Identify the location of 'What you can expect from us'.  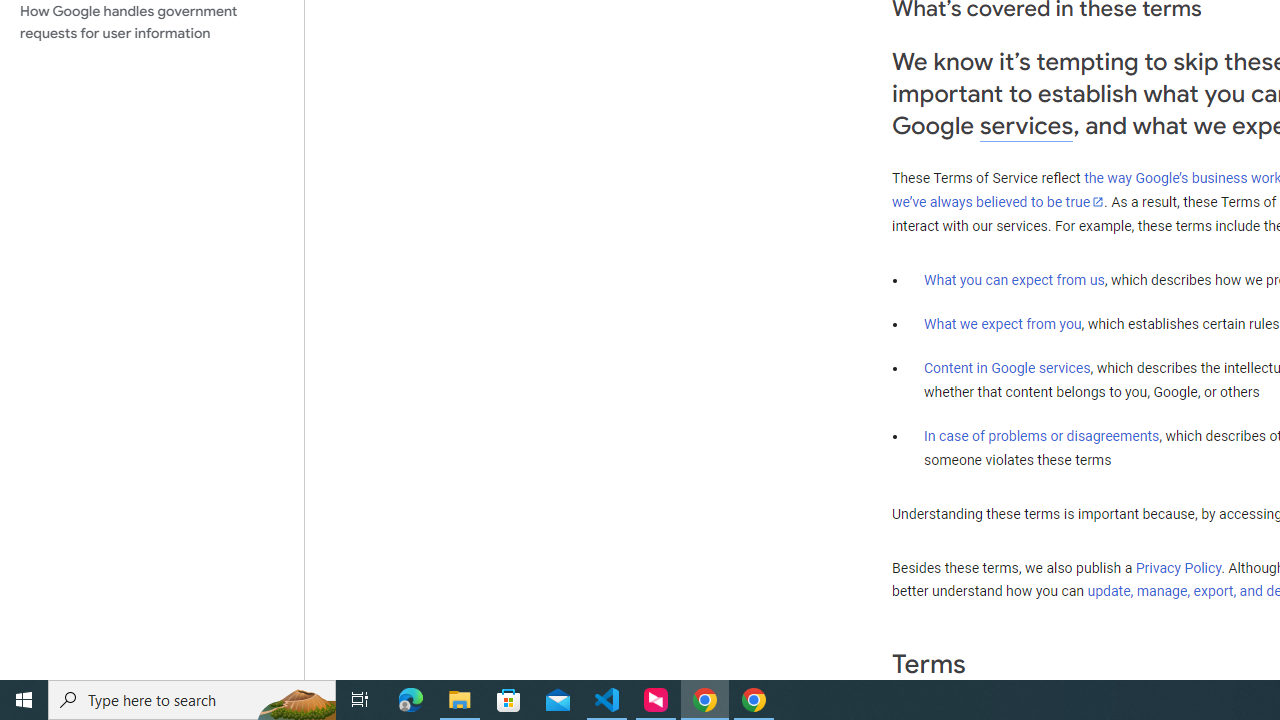
(1014, 279).